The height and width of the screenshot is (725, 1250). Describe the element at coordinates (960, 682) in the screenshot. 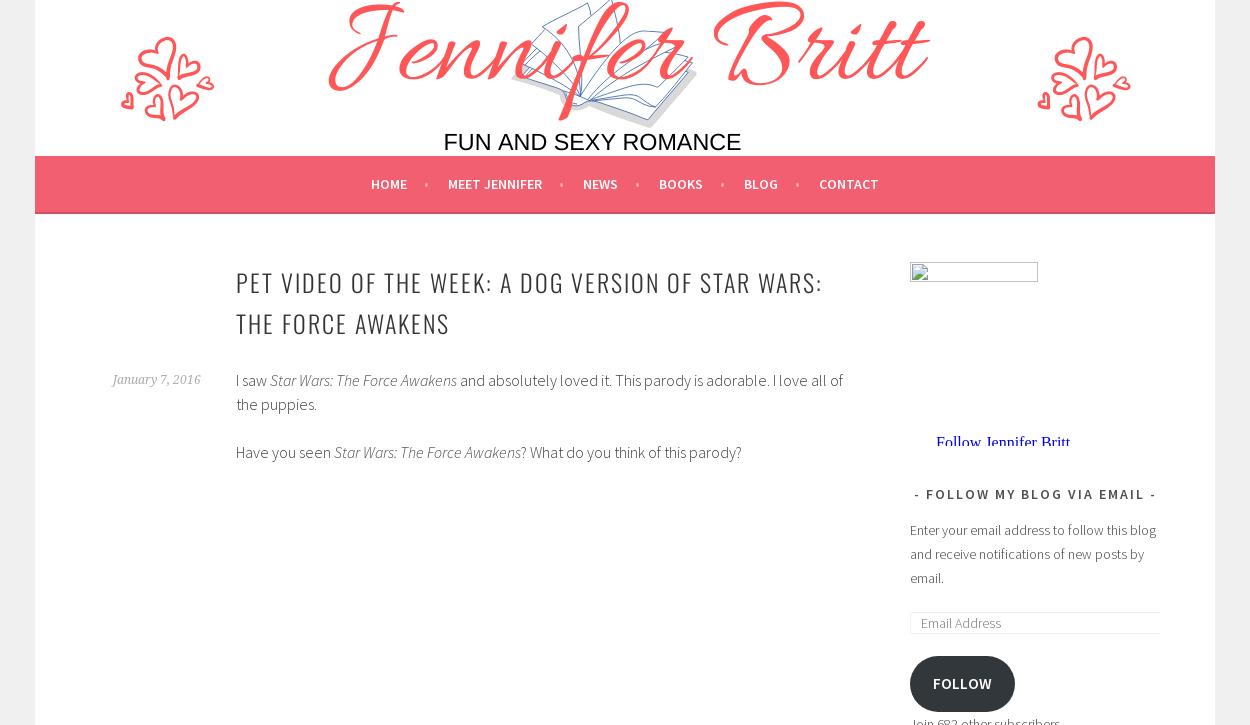

I see `'Follow'` at that location.